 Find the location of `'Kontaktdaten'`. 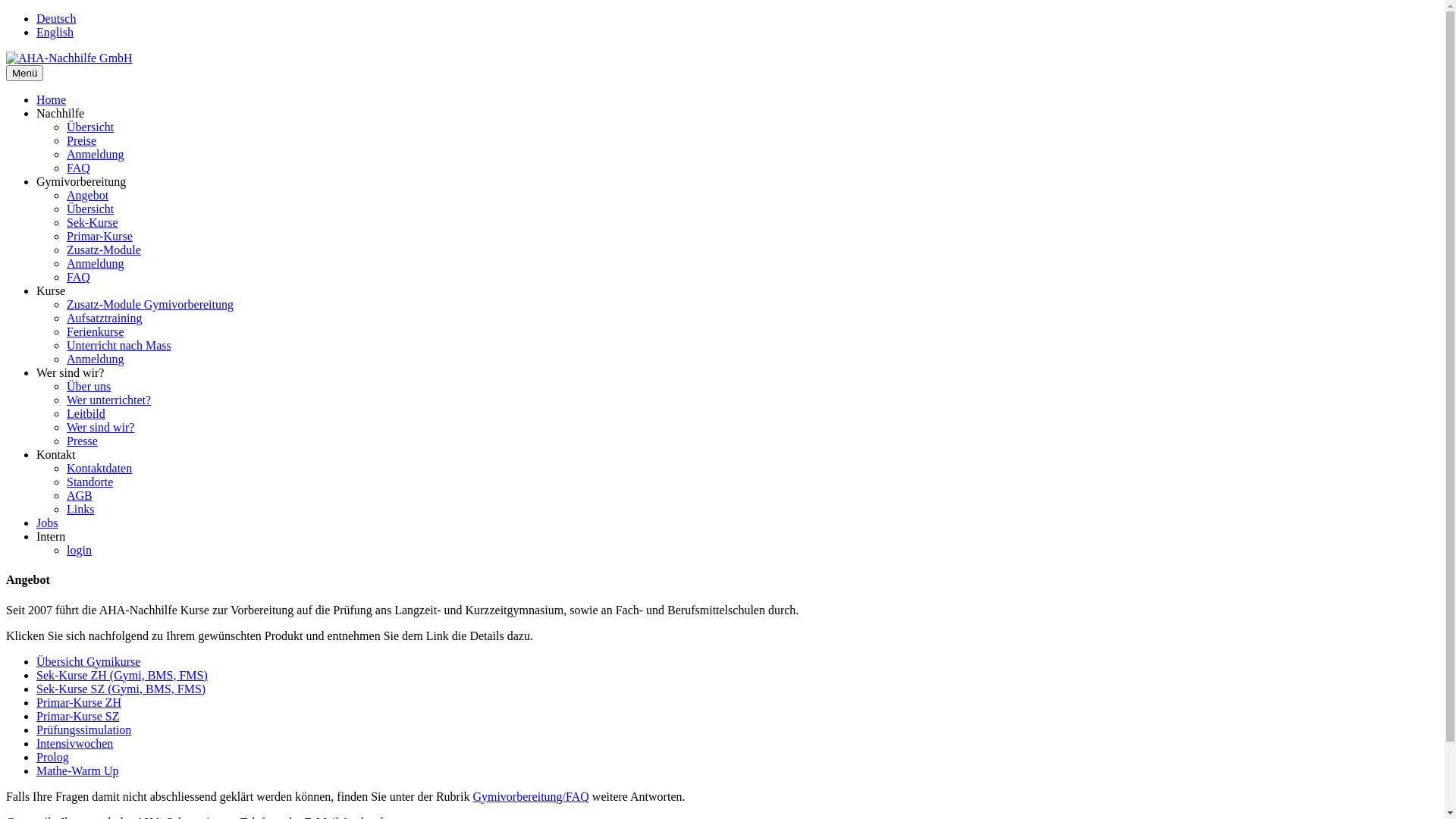

'Kontaktdaten' is located at coordinates (98, 467).